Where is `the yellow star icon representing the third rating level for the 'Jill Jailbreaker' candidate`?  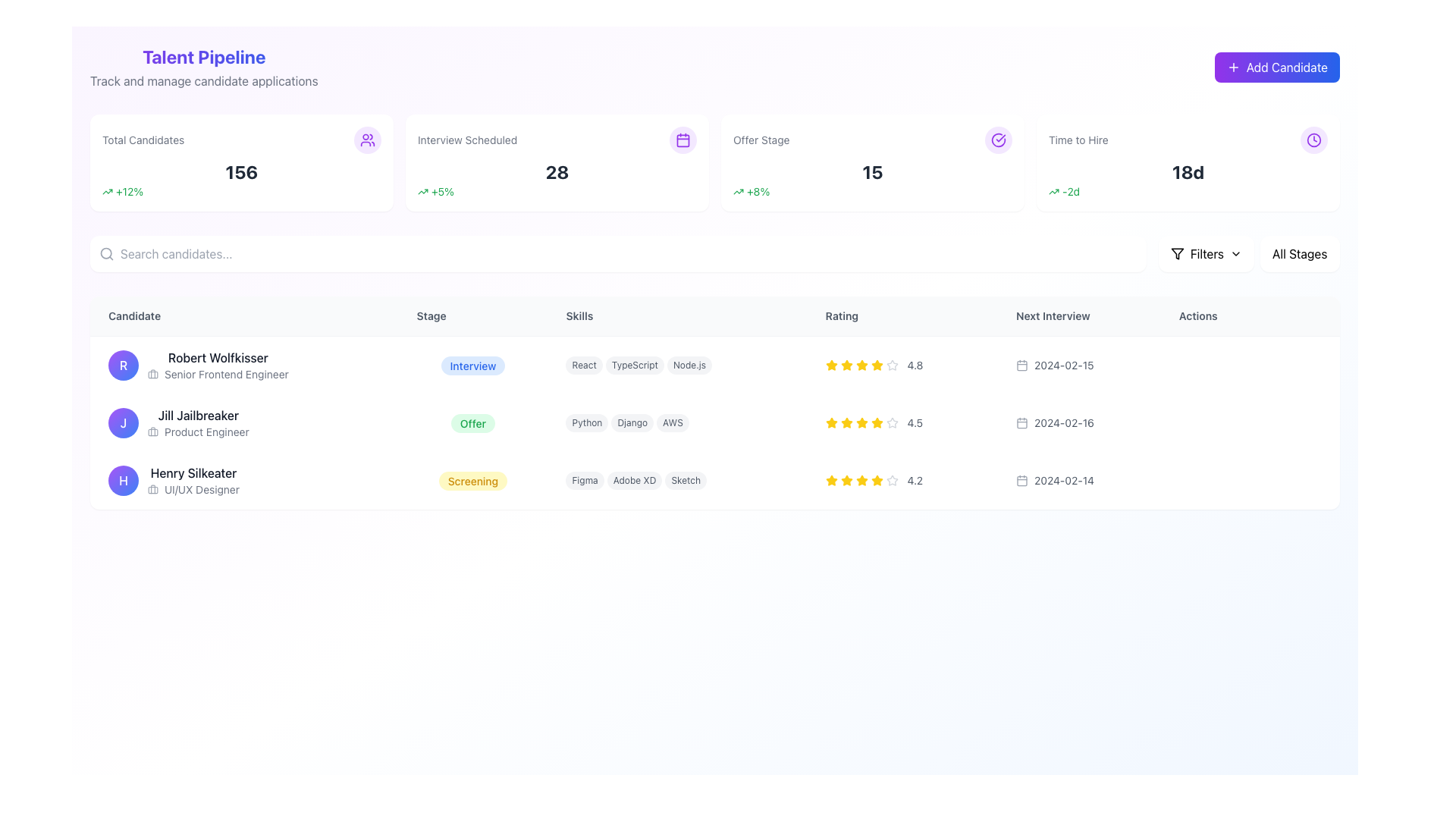 the yellow star icon representing the third rating level for the 'Jill Jailbreaker' candidate is located at coordinates (861, 422).